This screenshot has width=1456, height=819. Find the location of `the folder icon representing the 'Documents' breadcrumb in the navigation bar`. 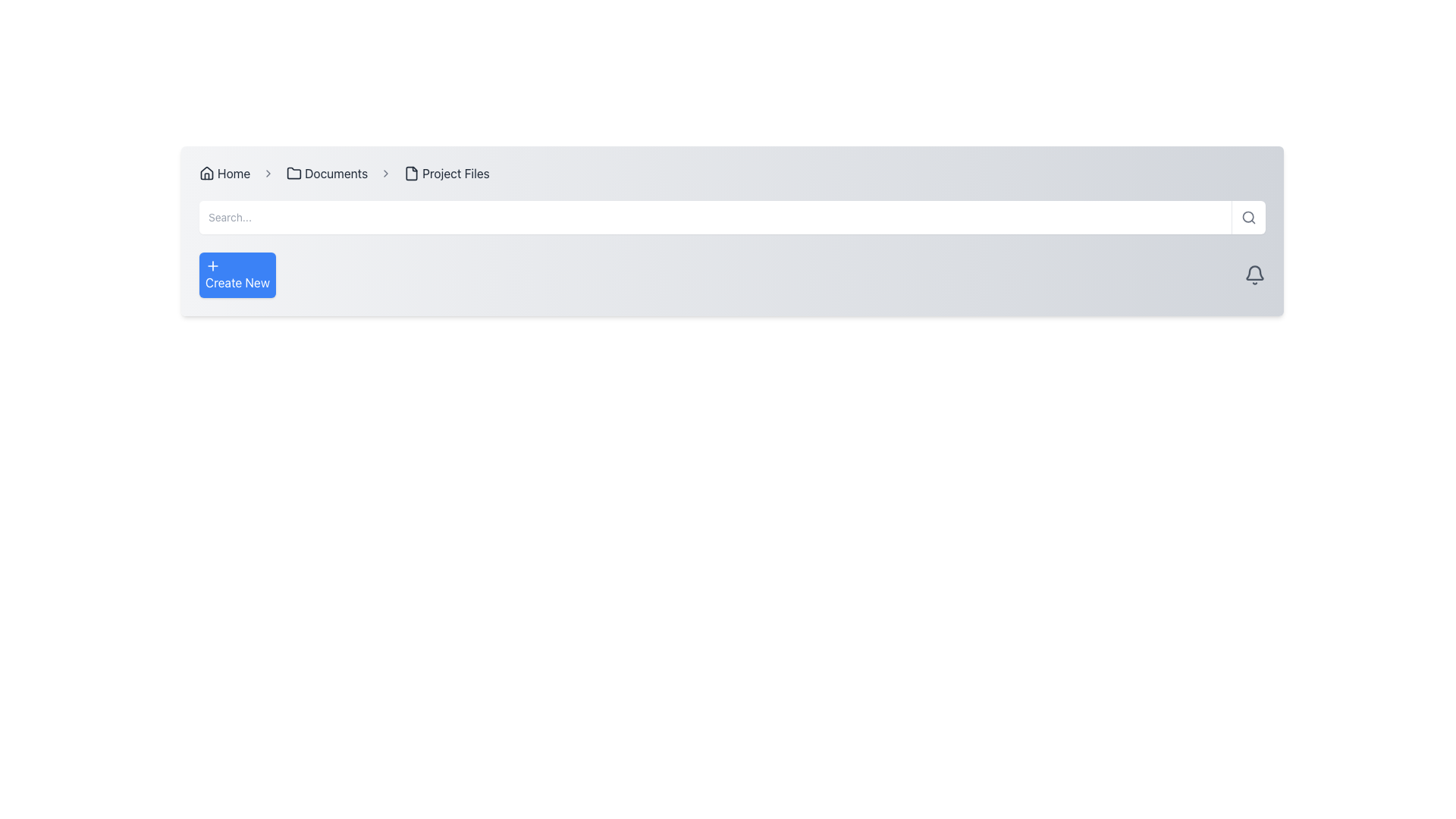

the folder icon representing the 'Documents' breadcrumb in the navigation bar is located at coordinates (294, 172).